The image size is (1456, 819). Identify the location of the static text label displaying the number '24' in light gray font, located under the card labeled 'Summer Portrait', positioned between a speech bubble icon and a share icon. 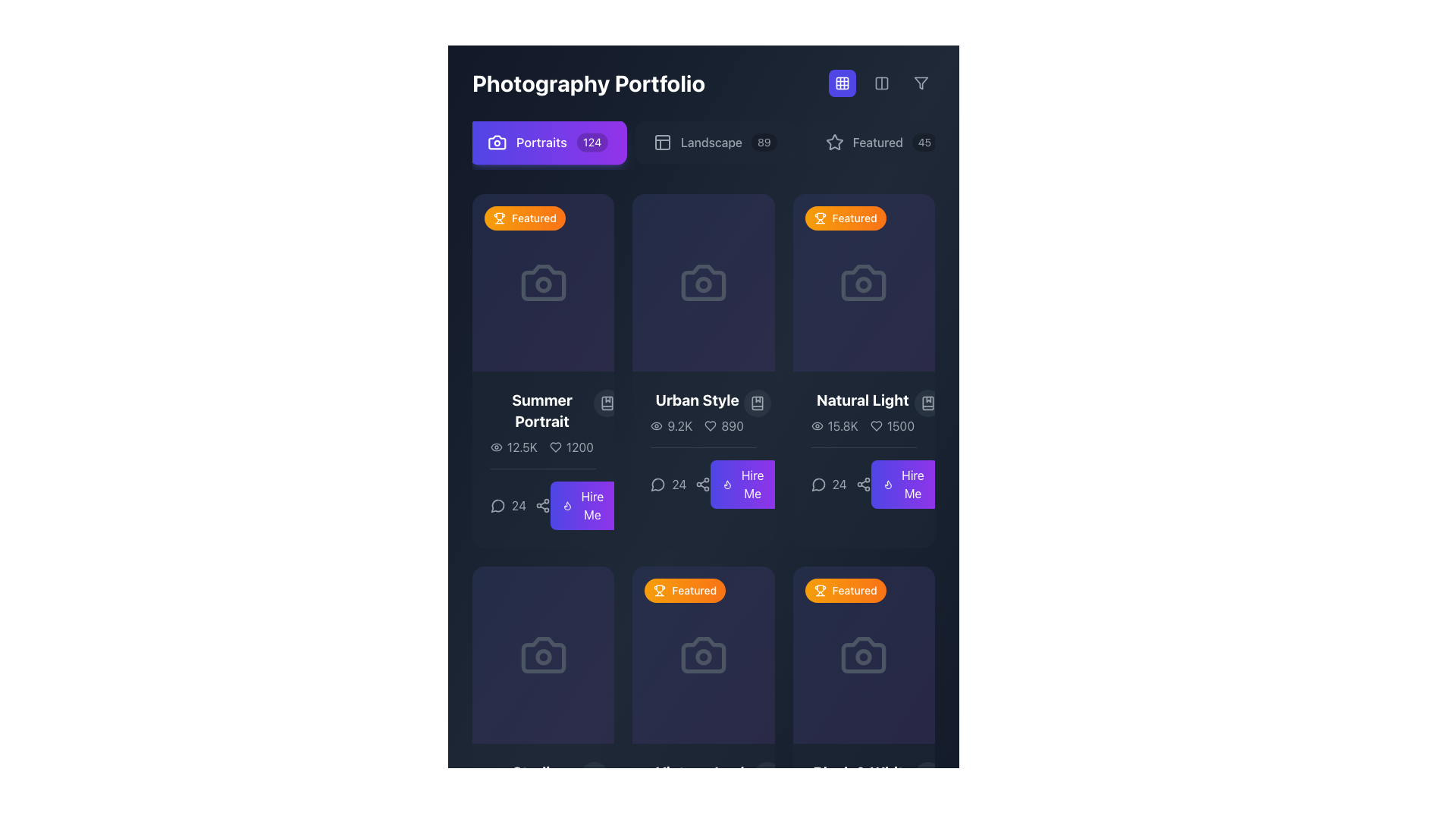
(519, 506).